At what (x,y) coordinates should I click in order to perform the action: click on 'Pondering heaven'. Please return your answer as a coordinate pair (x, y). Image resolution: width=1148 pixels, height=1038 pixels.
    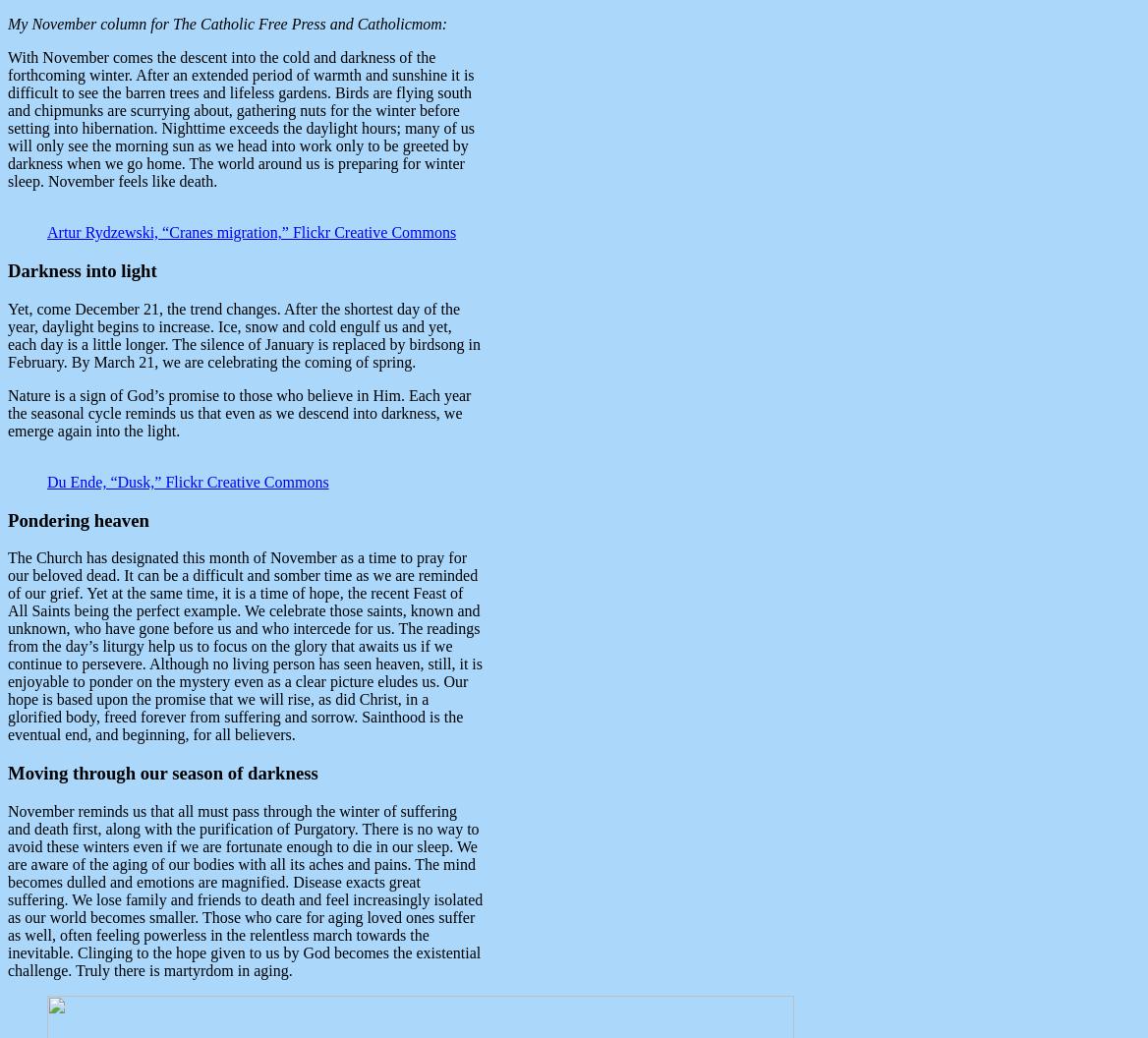
    Looking at the image, I should click on (7, 519).